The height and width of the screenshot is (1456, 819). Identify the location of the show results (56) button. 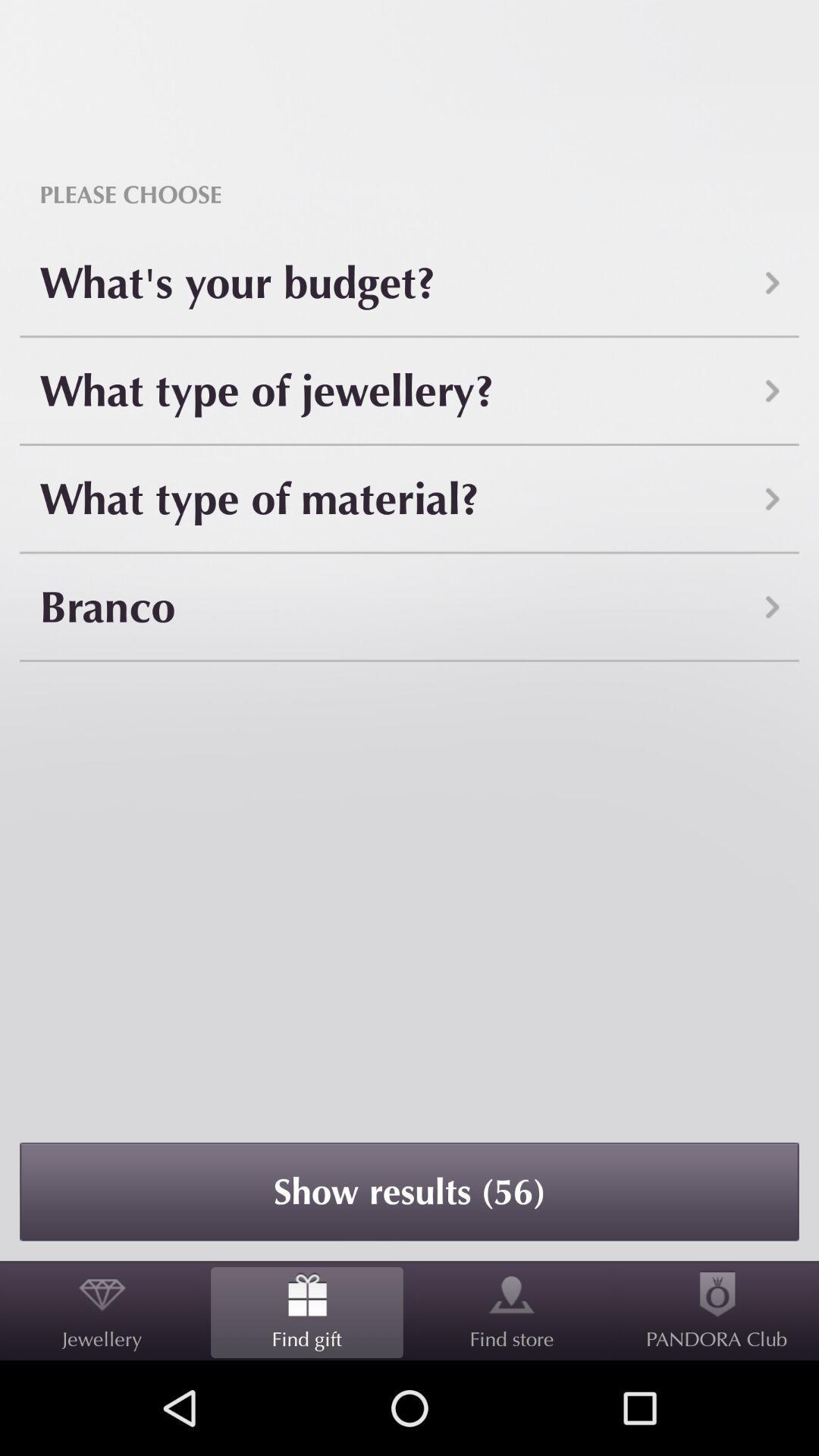
(409, 1191).